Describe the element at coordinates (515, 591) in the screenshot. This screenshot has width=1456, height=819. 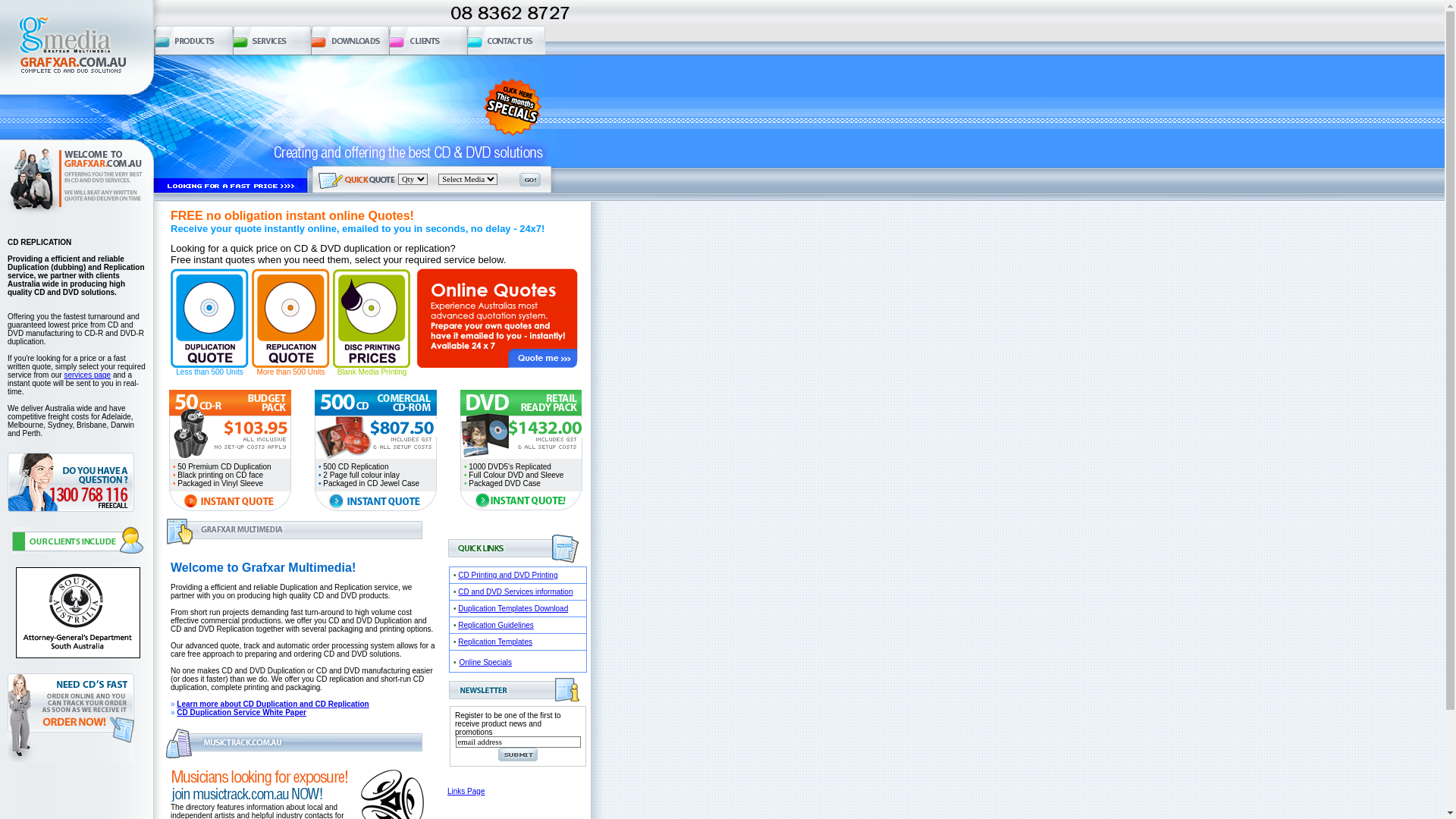
I see `'CD and DVD Services information'` at that location.